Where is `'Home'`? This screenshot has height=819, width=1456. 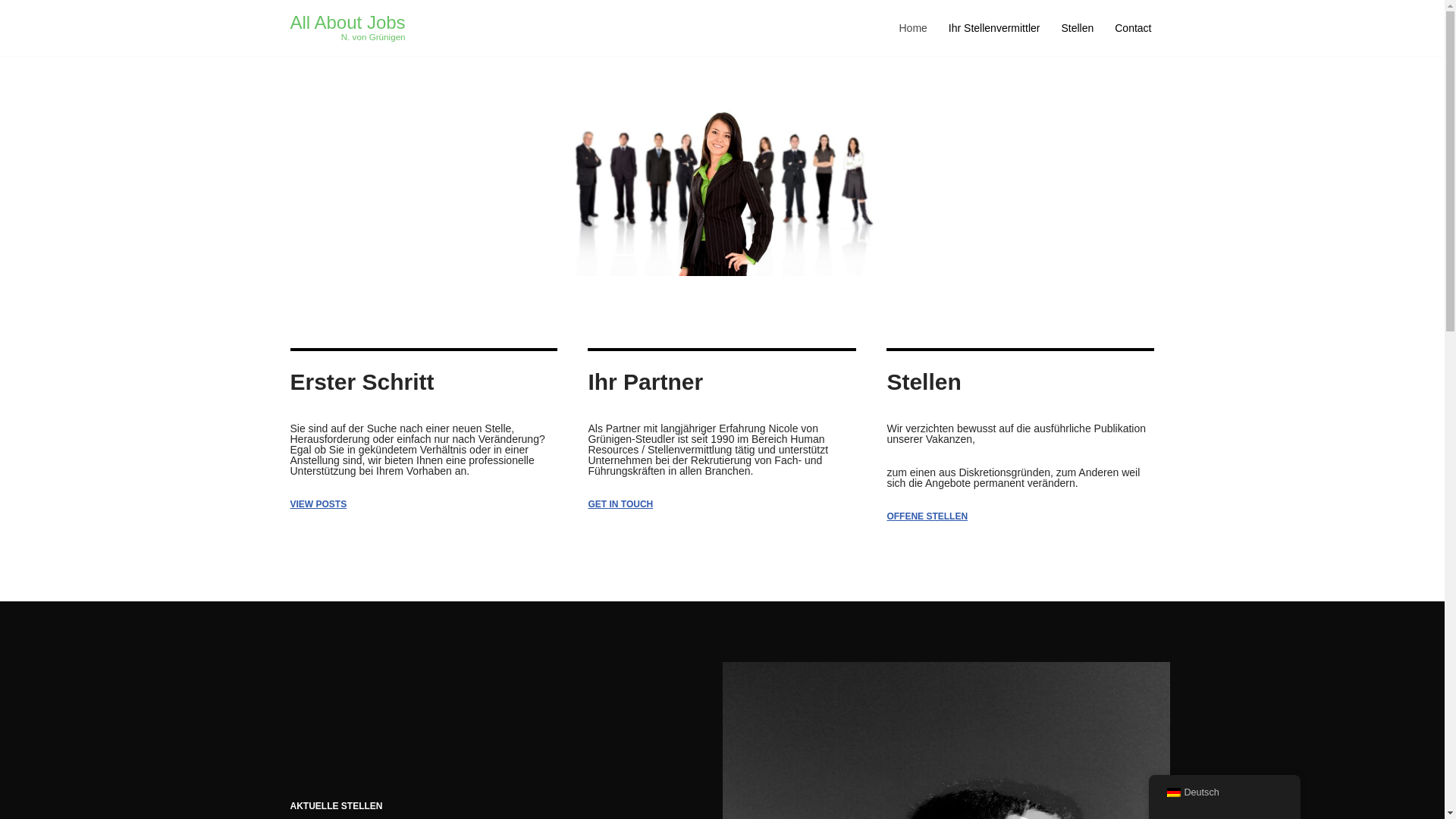 'Home' is located at coordinates (912, 27).